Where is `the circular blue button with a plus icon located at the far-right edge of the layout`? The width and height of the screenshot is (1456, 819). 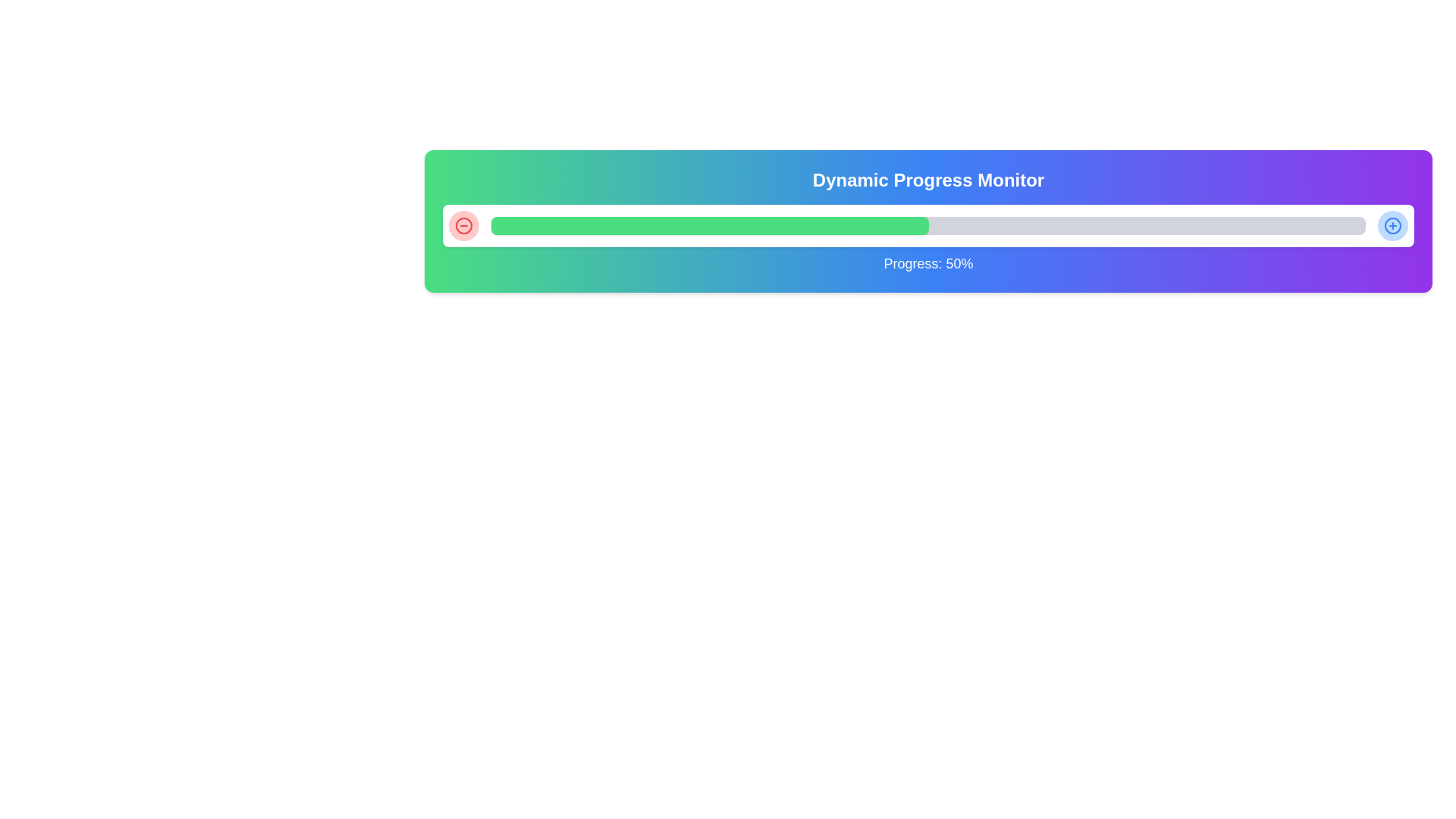
the circular blue button with a plus icon located at the far-right edge of the layout is located at coordinates (1393, 225).